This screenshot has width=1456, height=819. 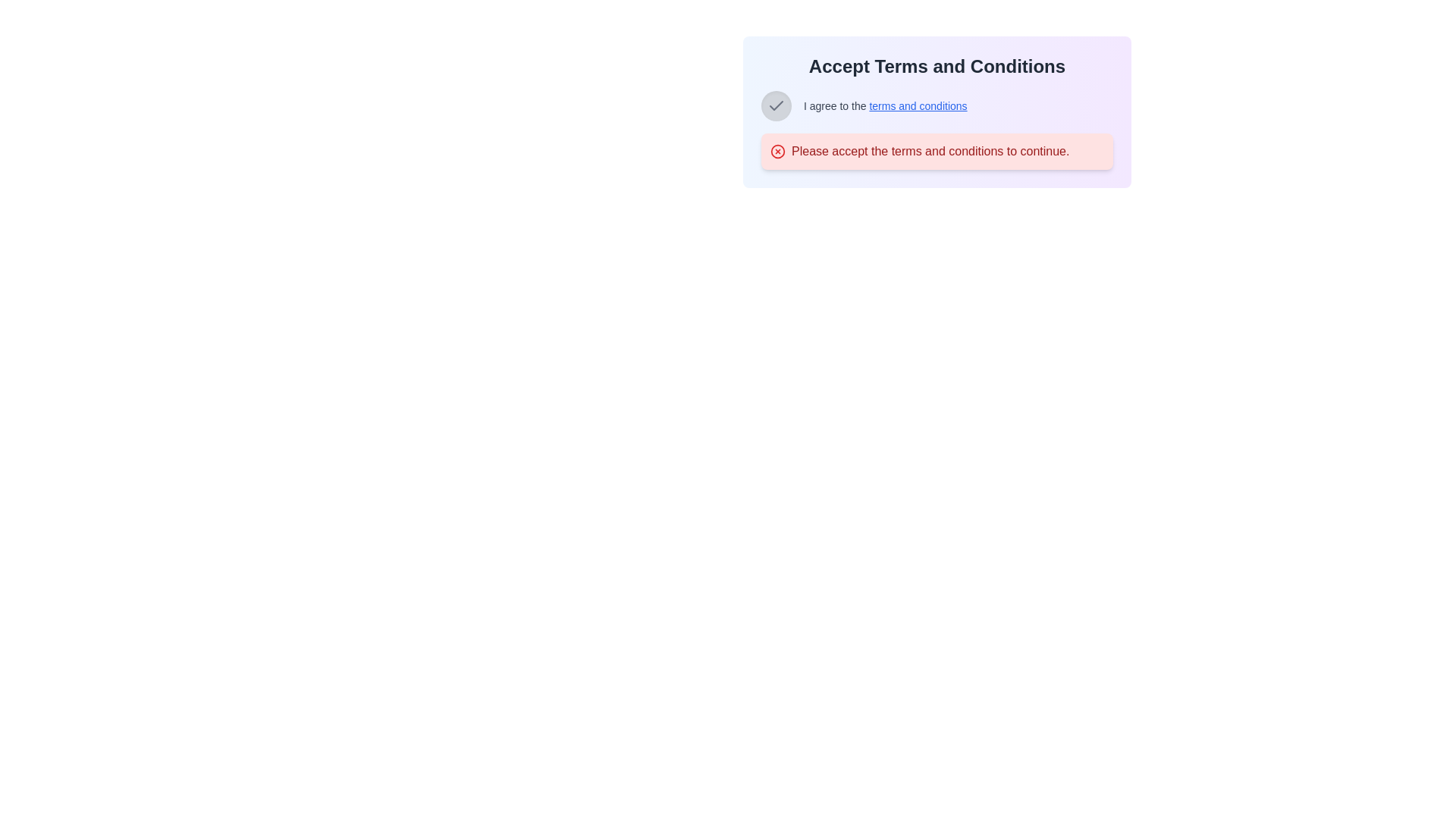 What do you see at coordinates (778, 152) in the screenshot?
I see `the error or warning icon located to the left of the error message, which serves as a visual indicator of an error or warning` at bounding box center [778, 152].